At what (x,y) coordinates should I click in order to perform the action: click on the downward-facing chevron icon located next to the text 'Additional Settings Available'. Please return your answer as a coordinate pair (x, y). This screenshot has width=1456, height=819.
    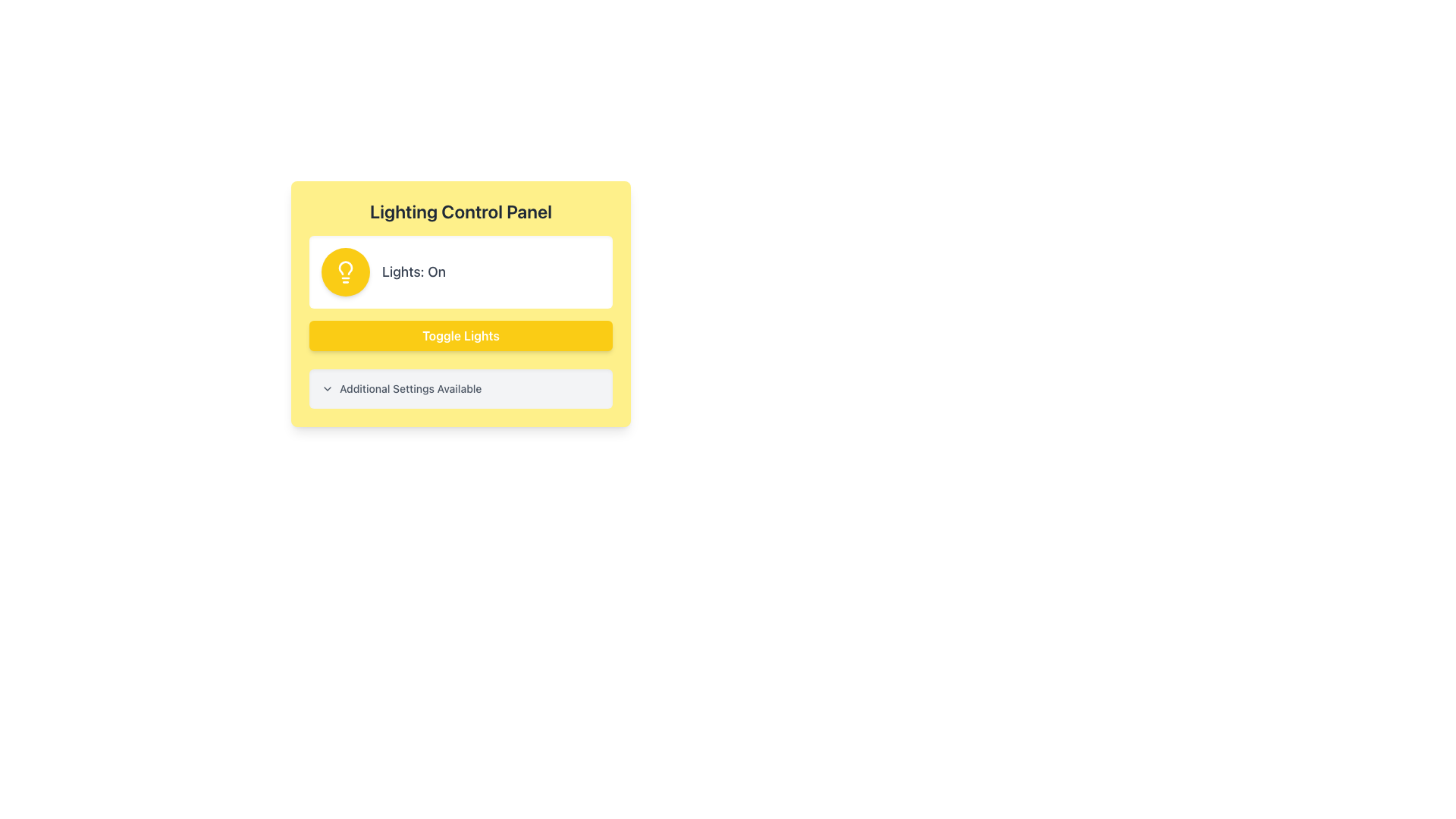
    Looking at the image, I should click on (327, 388).